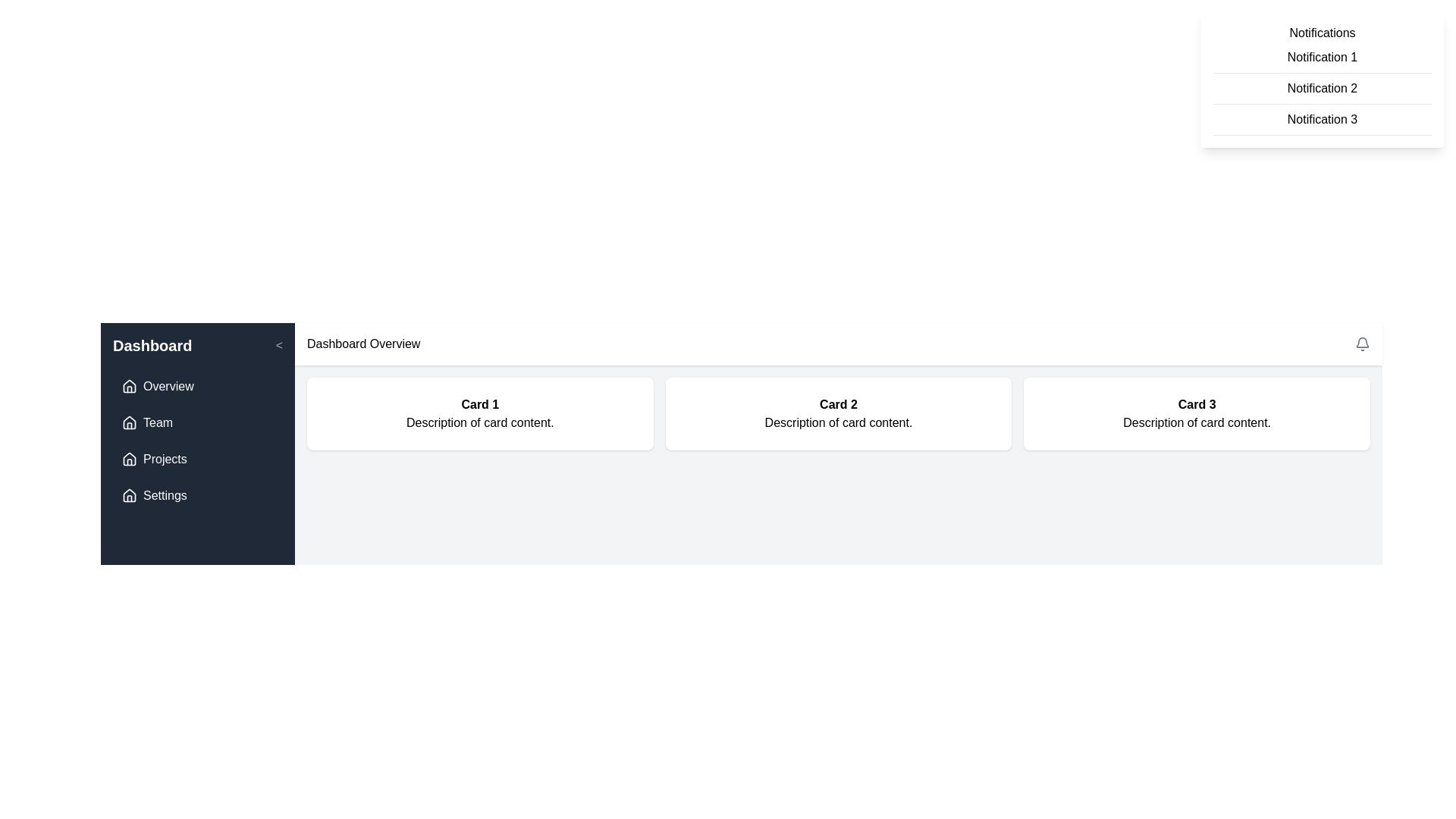 The image size is (1456, 819). What do you see at coordinates (130, 496) in the screenshot?
I see `the 'Settings' icon, which is a visual representation for the 'Settings' menu entry located in the left-hand side navigation panel` at bounding box center [130, 496].